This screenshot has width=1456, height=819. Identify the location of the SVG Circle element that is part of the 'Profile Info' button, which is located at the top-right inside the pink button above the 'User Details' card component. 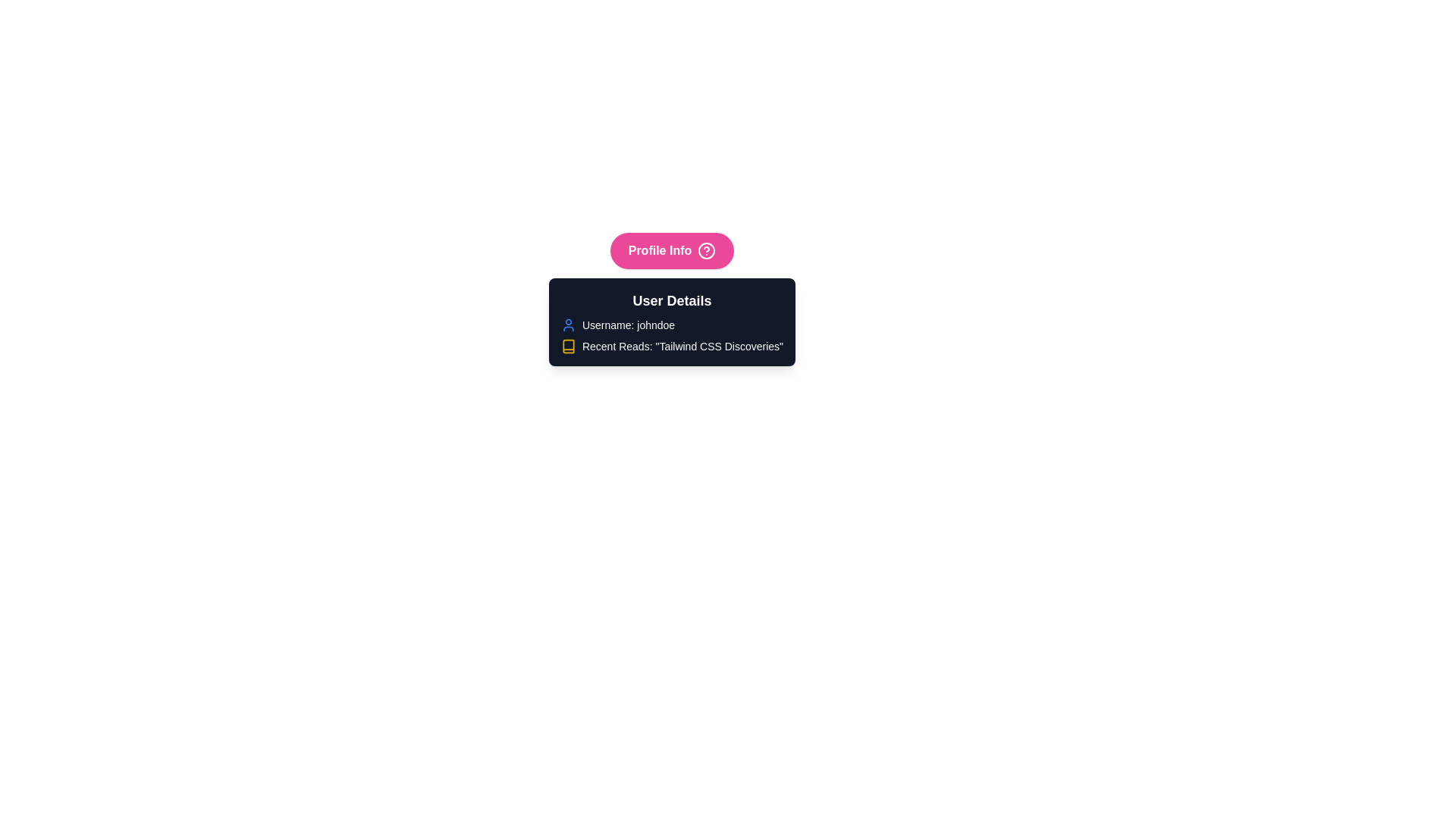
(706, 250).